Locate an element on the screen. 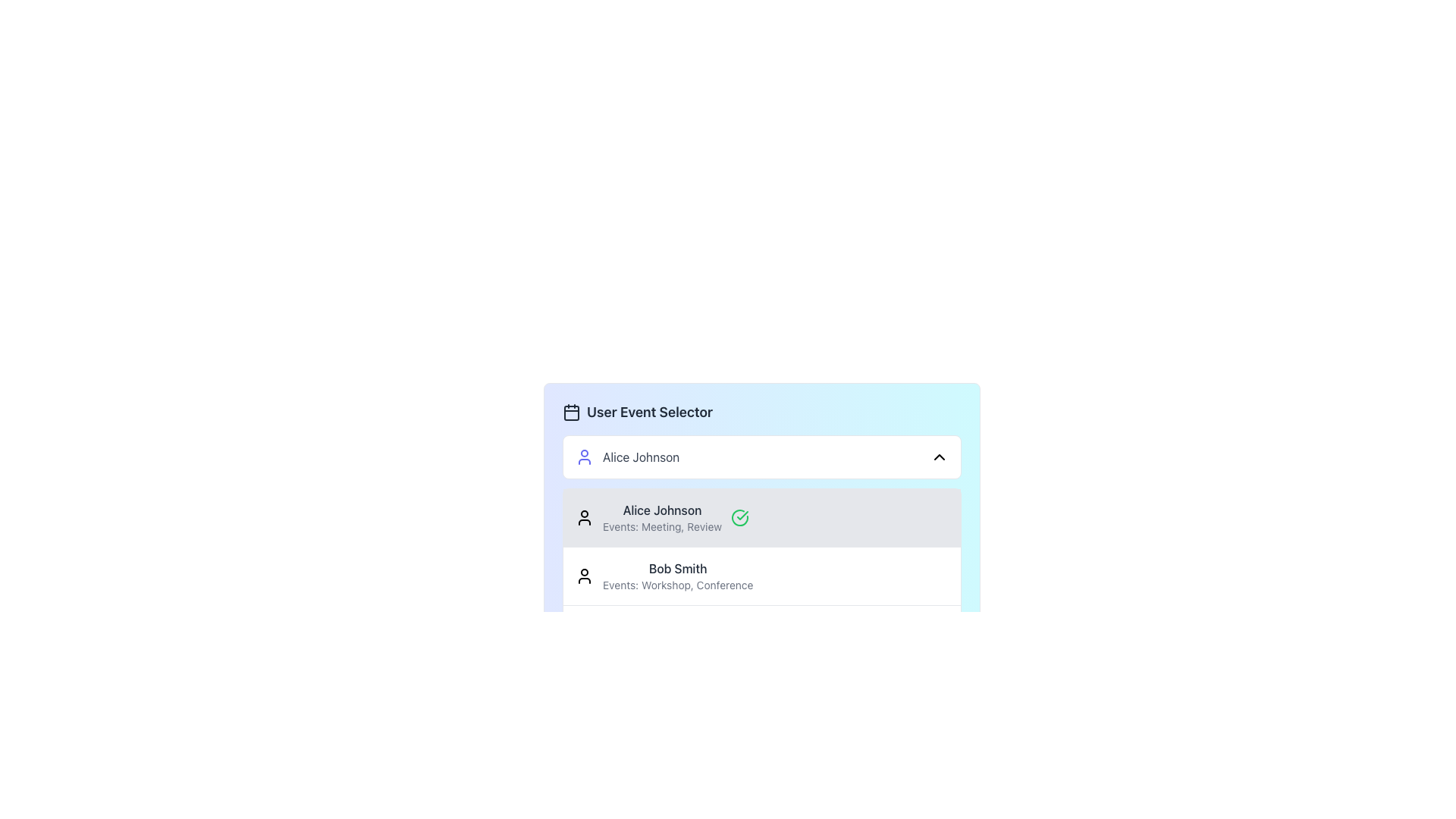 Image resolution: width=1456 pixels, height=819 pixels. the calendar icon located at the leftmost side of the header section of the 'User Event Selector', which precedes the bold header text 'User Event Selector' is located at coordinates (570, 412).